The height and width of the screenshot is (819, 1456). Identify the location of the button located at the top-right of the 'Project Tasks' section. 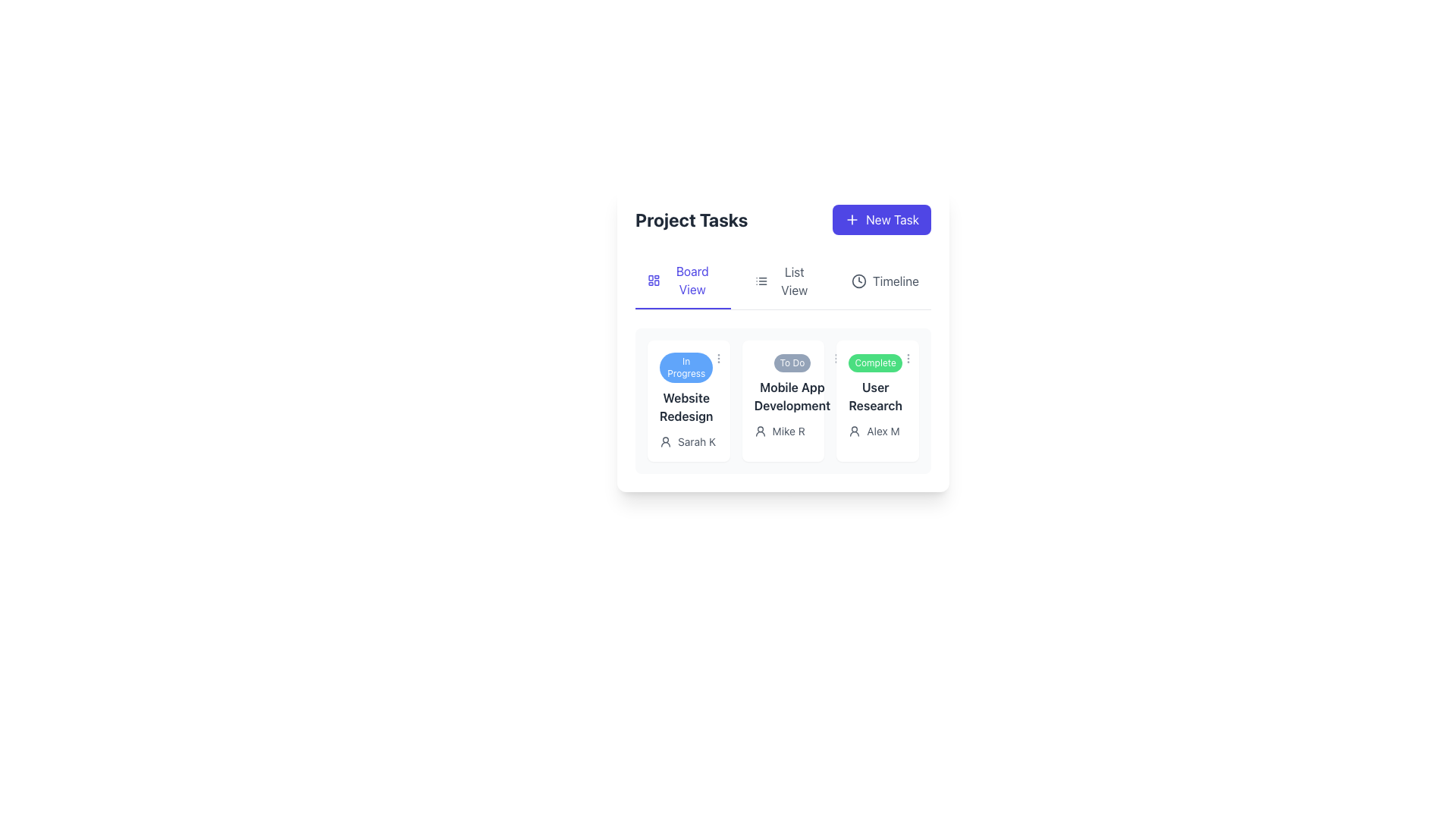
(882, 219).